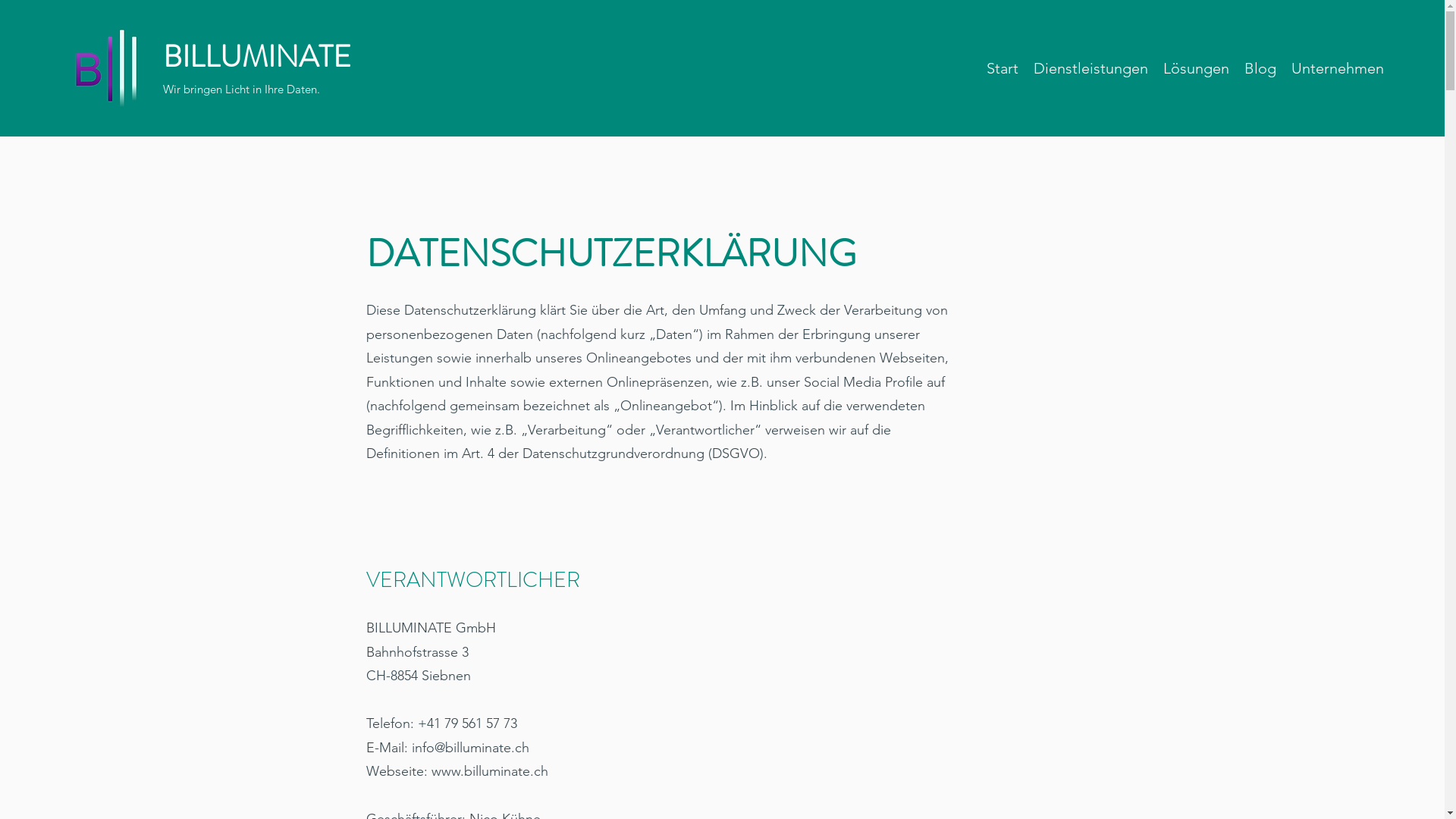 This screenshot has width=1456, height=819. I want to click on 'Blog', so click(1260, 67).